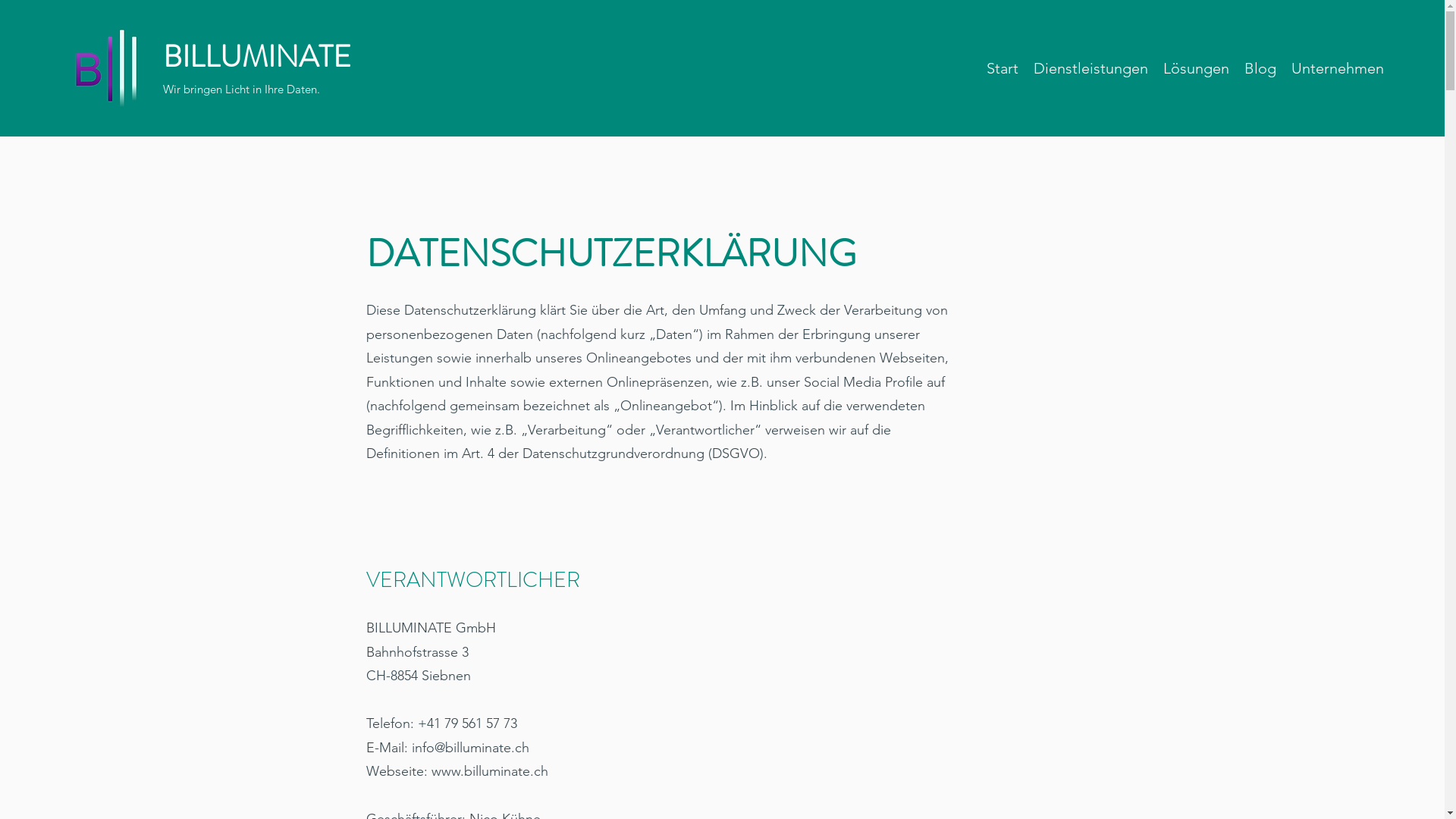 This screenshot has width=1456, height=819. I want to click on 'Blog', so click(1260, 67).